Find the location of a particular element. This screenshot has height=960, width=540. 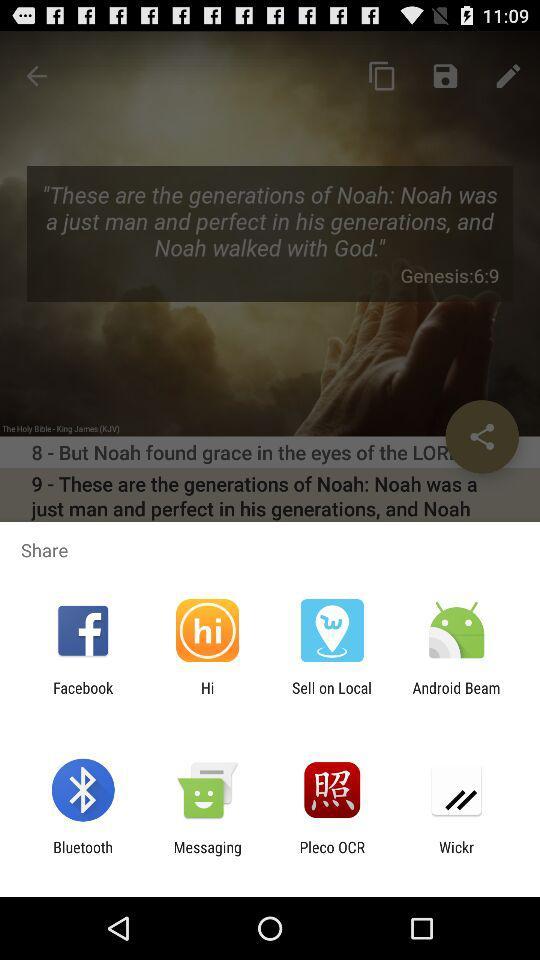

icon to the right of the messaging is located at coordinates (332, 855).